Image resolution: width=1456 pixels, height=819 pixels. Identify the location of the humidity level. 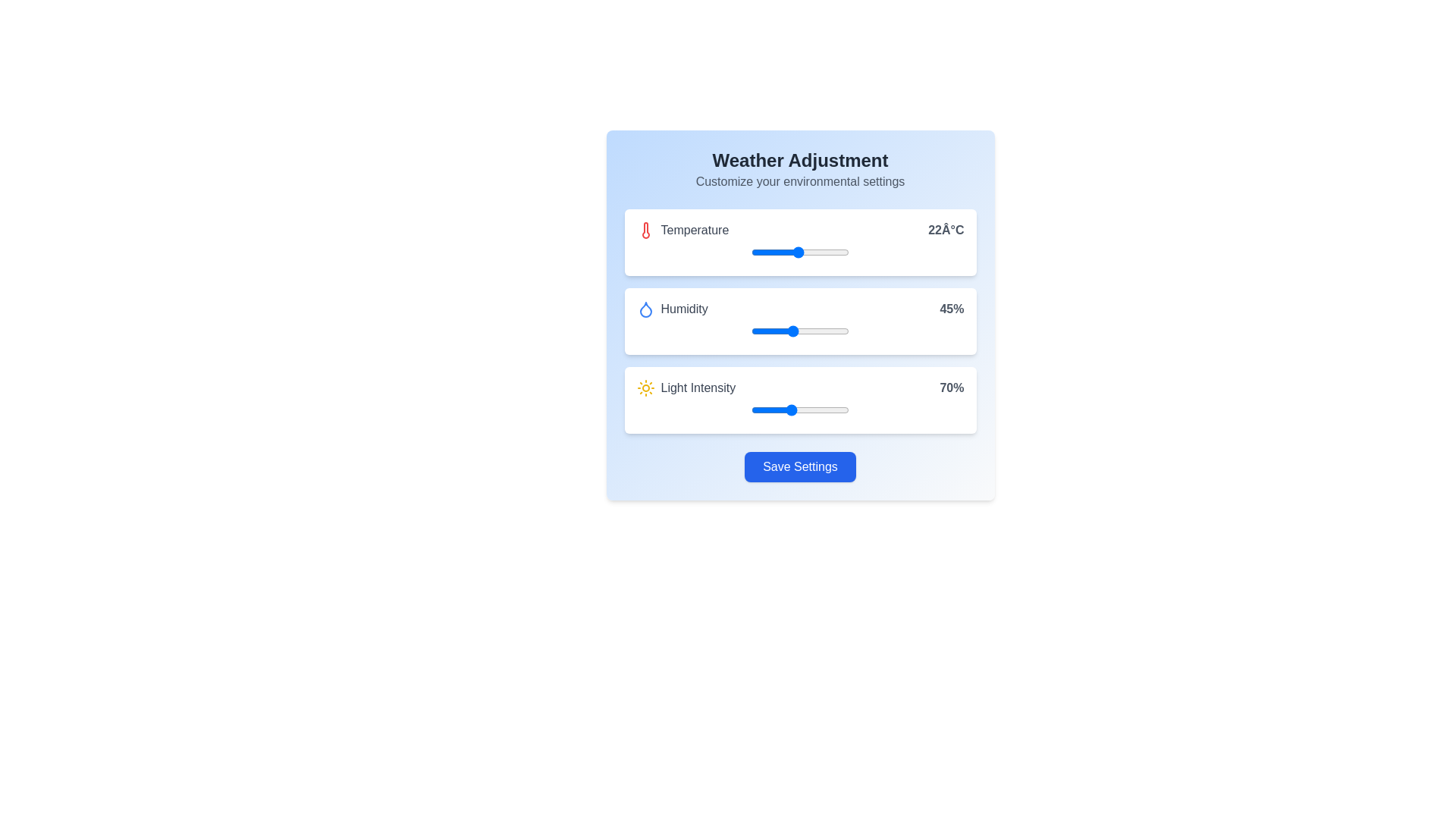
(830, 330).